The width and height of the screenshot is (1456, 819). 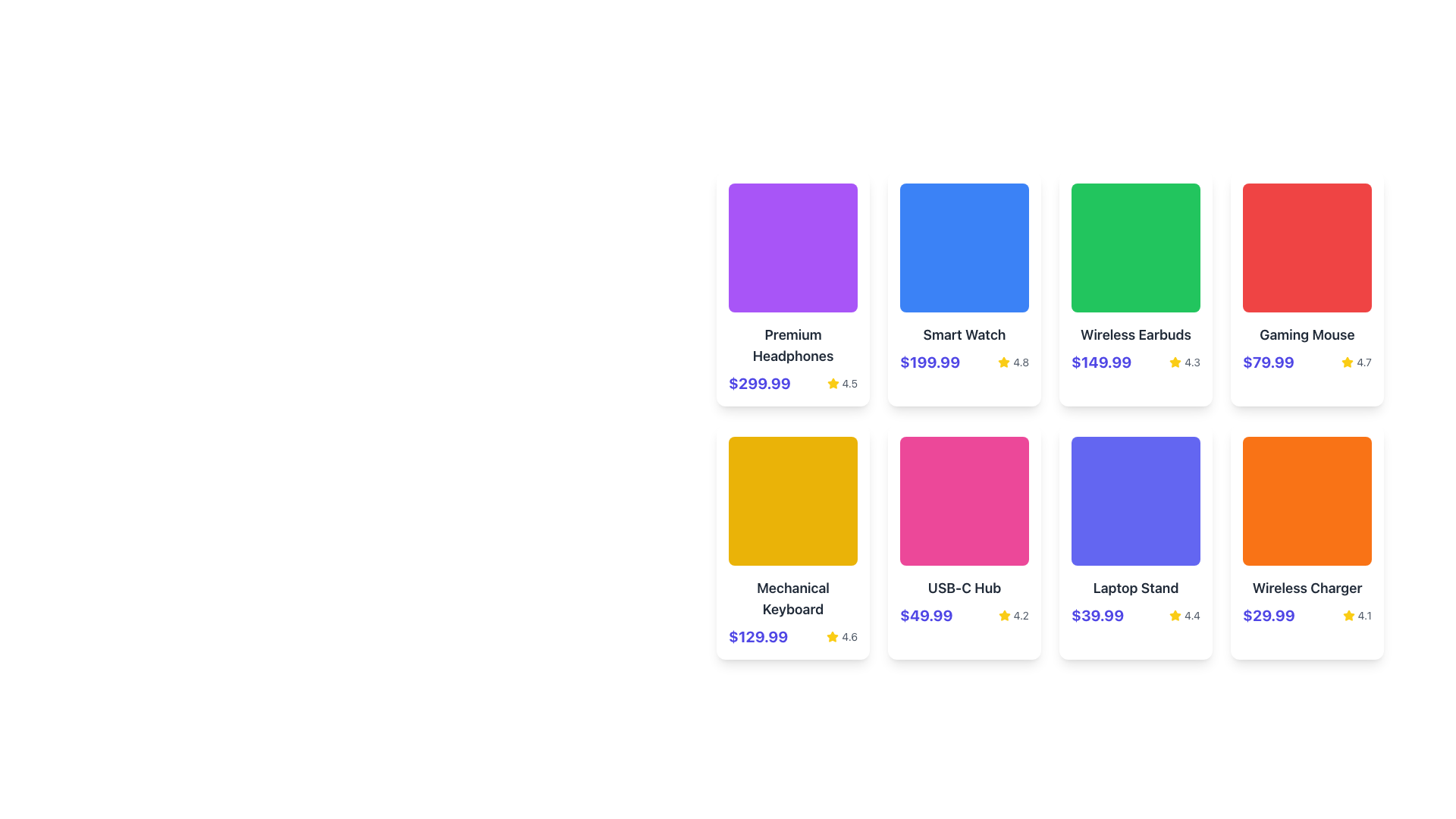 I want to click on text from the label that says 'Wireless Charger', which is displayed in bold and larger font within a card layout in the grid, so click(x=1306, y=587).